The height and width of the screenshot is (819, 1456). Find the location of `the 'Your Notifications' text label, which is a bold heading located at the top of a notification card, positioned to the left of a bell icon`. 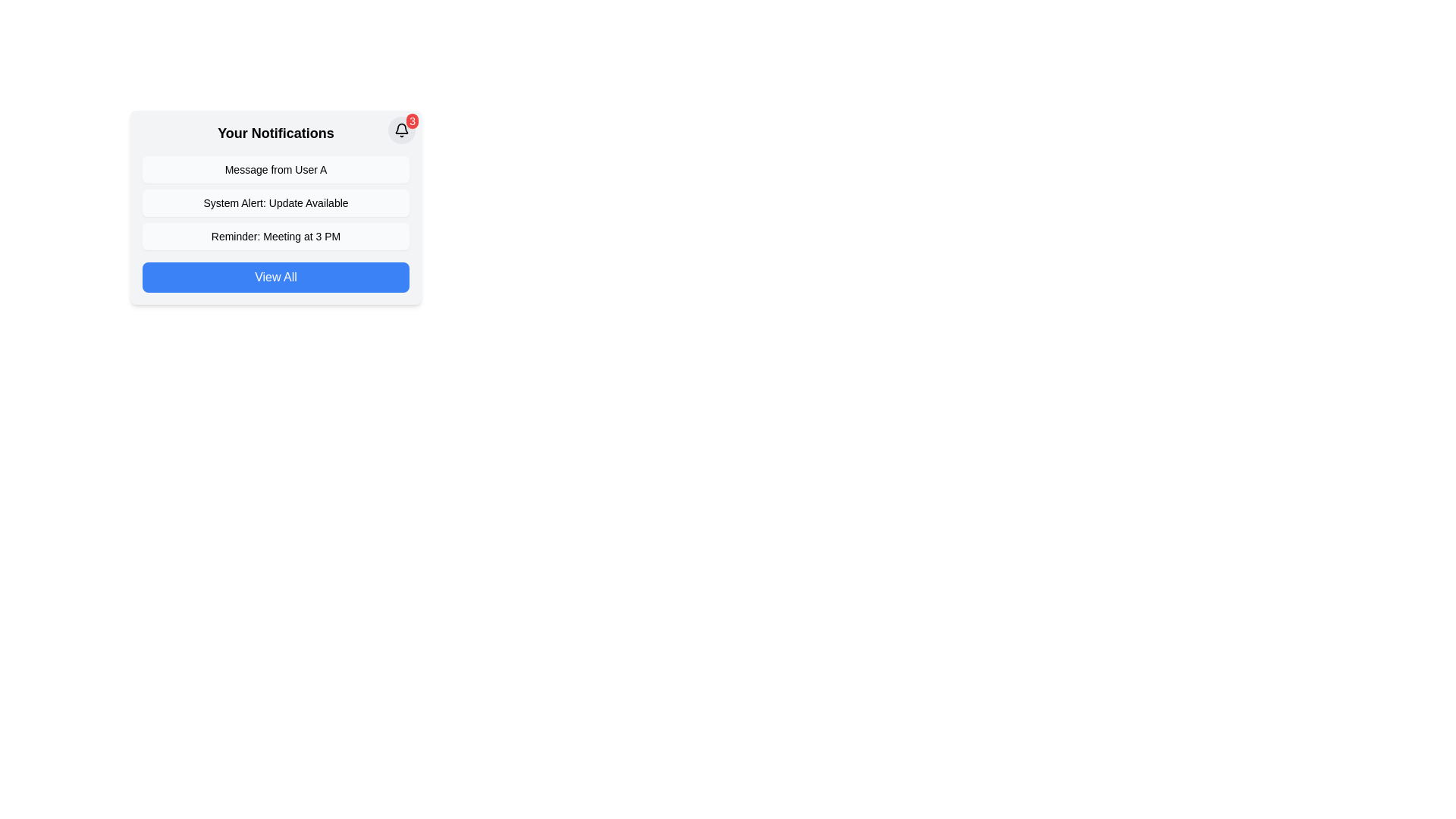

the 'Your Notifications' text label, which is a bold heading located at the top of a notification card, positioned to the left of a bell icon is located at coordinates (276, 133).